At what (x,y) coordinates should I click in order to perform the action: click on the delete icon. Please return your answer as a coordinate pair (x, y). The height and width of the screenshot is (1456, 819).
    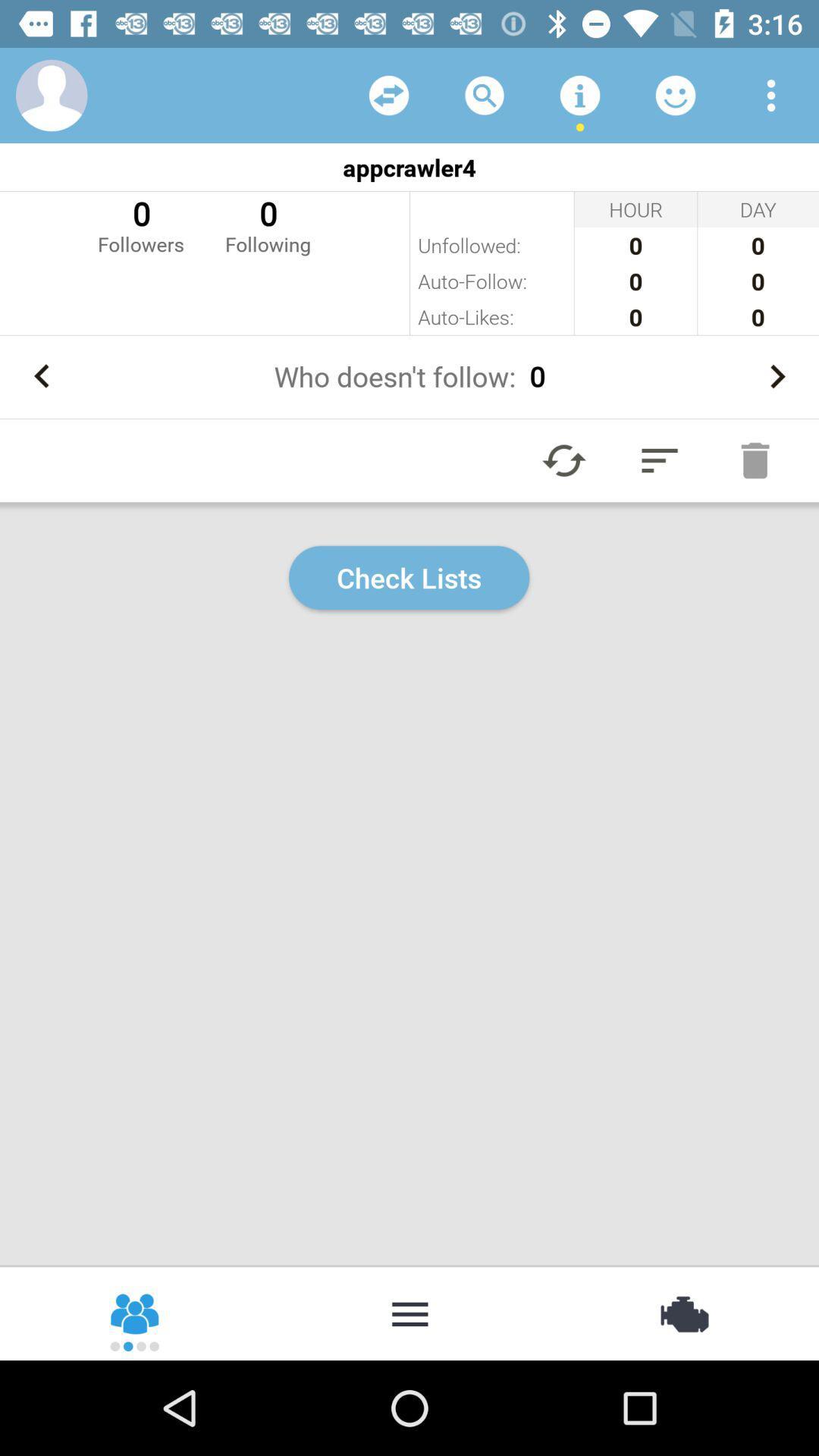
    Looking at the image, I should click on (755, 460).